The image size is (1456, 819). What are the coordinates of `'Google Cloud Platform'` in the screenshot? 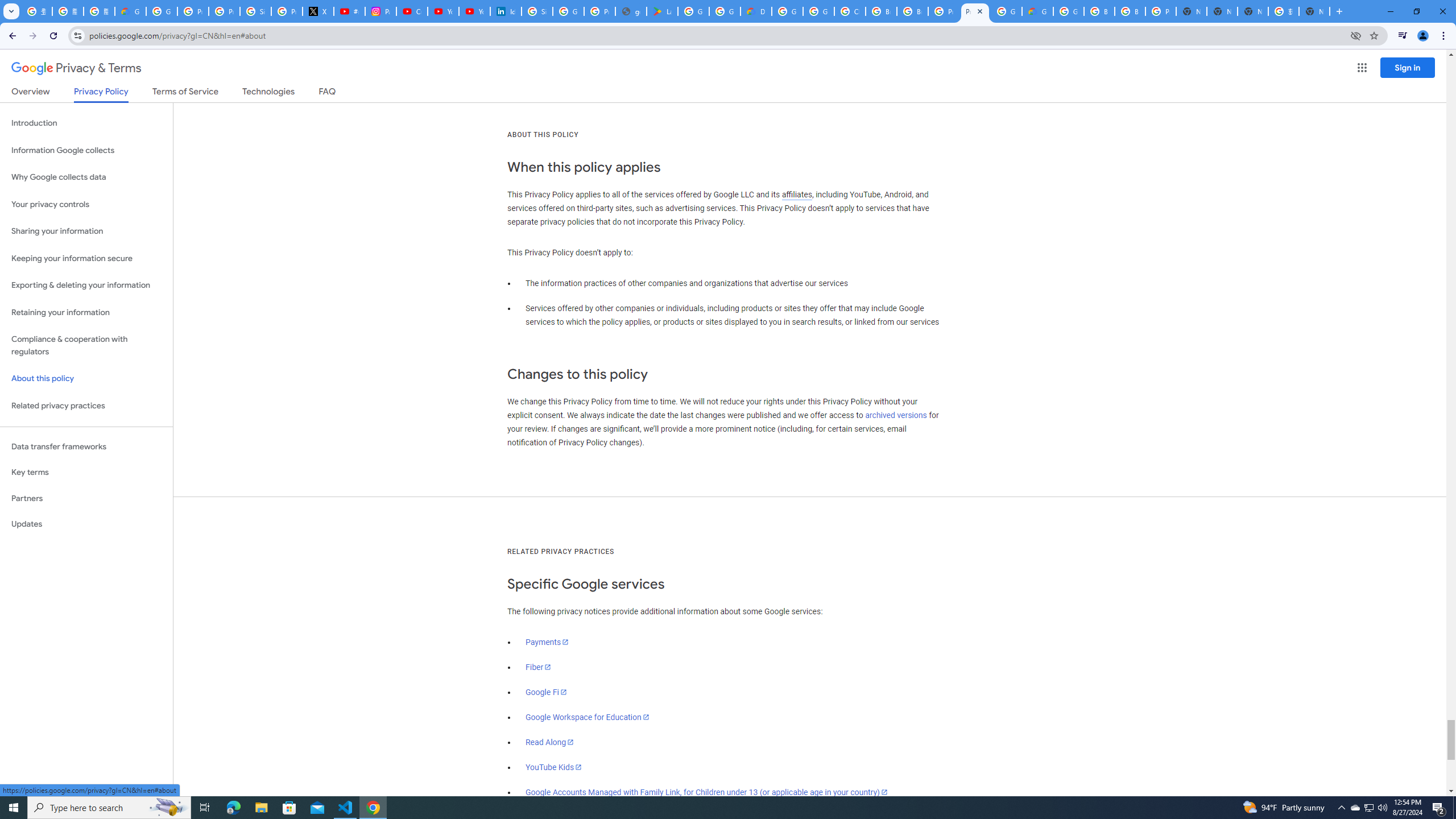 It's located at (1006, 11).